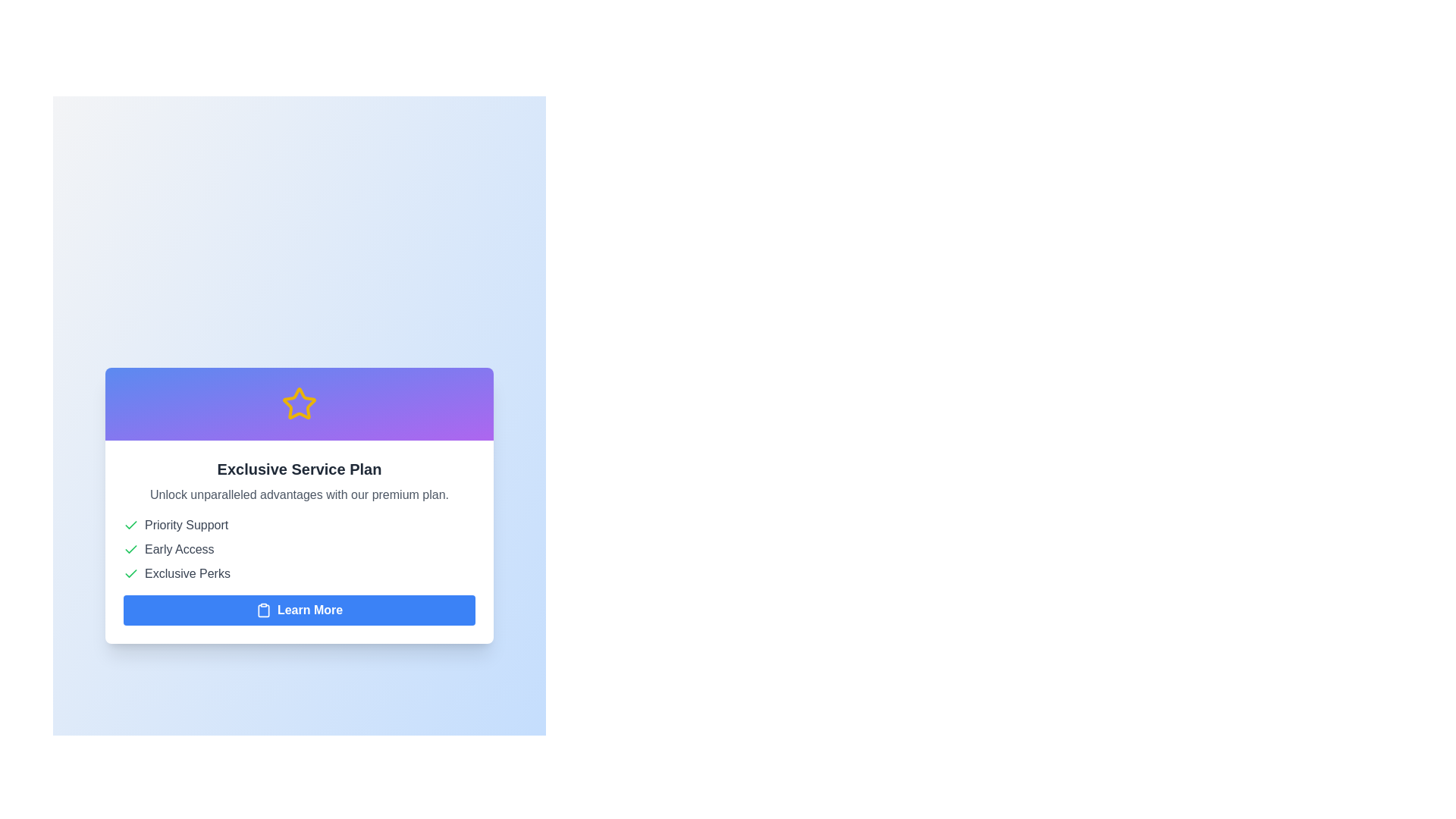  I want to click on the clipboard icon located within the 'Learn More' button at the bottom of a card-like structure, which indicates actions related to copying or data collection, so click(263, 610).